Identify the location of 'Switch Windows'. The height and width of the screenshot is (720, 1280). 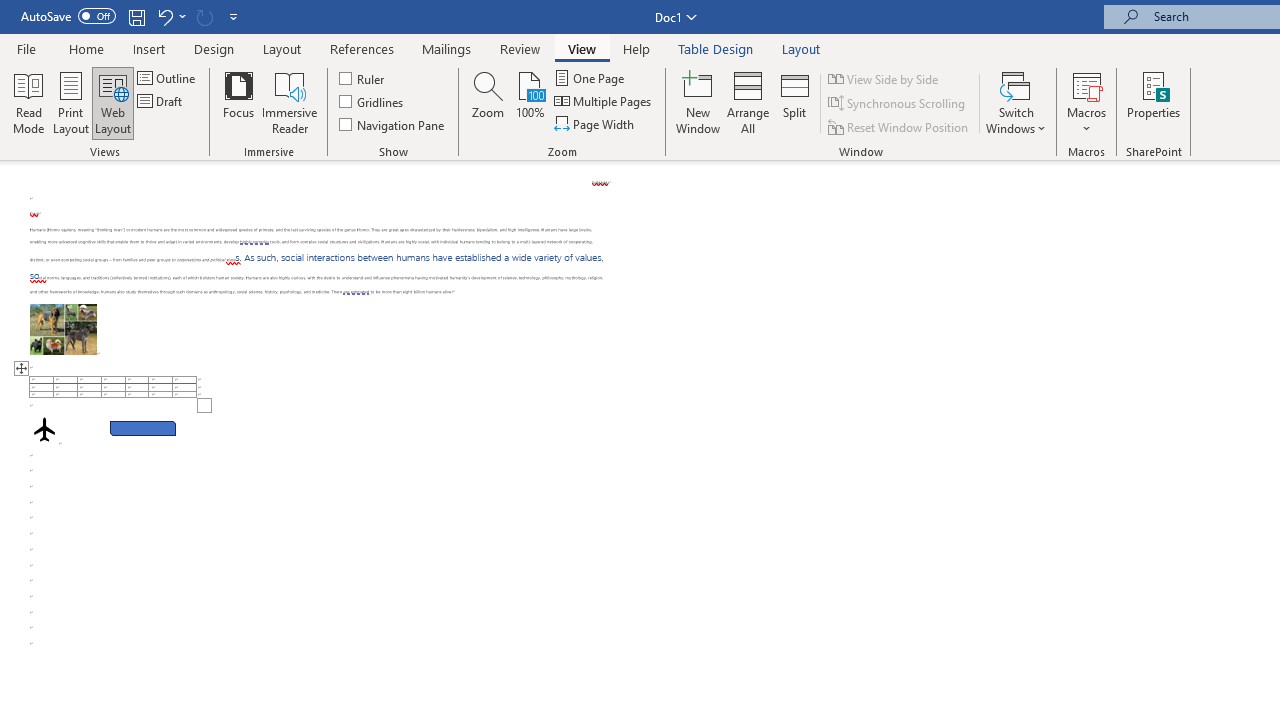
(1016, 103).